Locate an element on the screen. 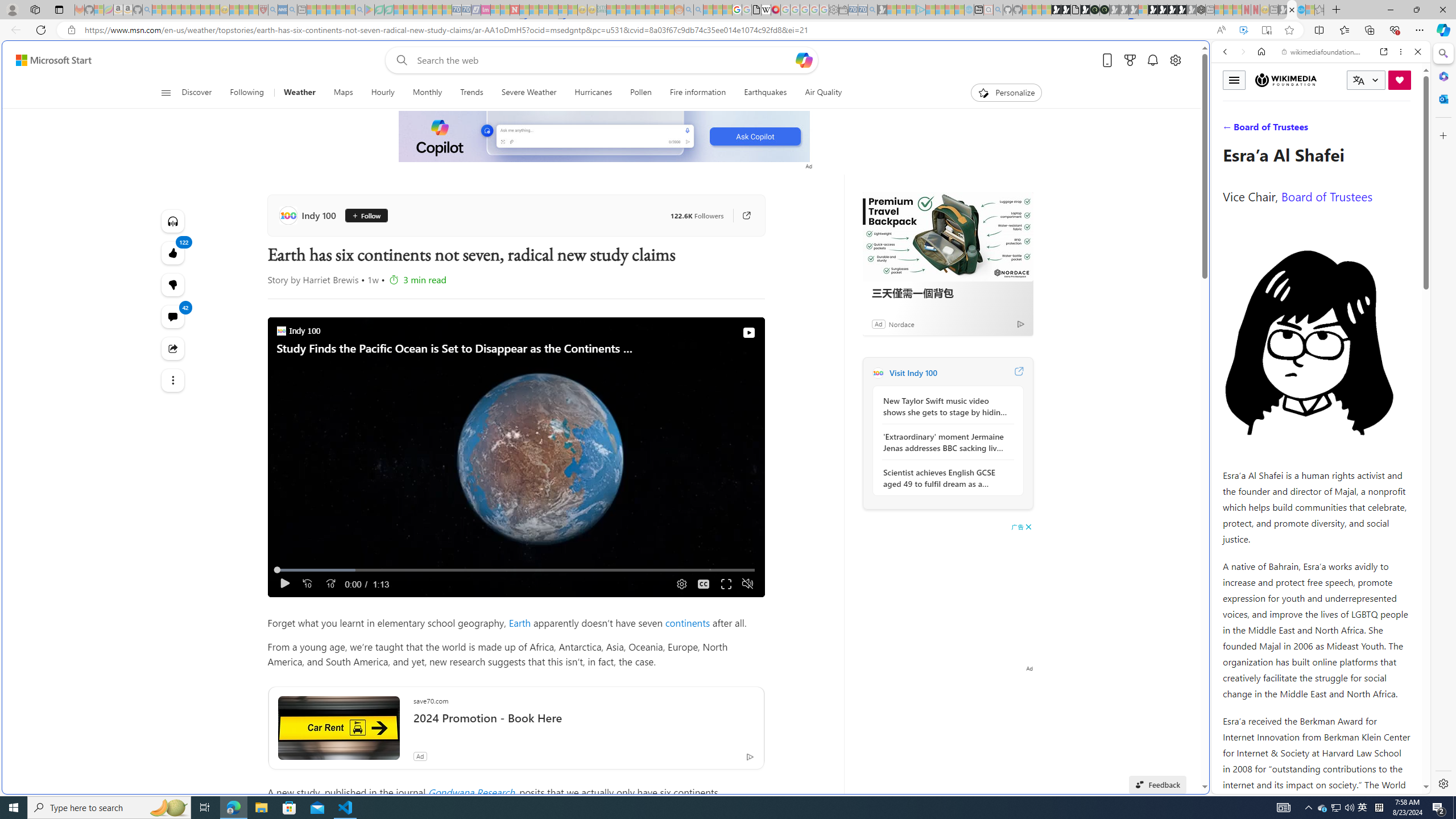 The height and width of the screenshot is (819, 1456). 'google_privacy_policy_zh-CN.pdf' is located at coordinates (1118, 682).